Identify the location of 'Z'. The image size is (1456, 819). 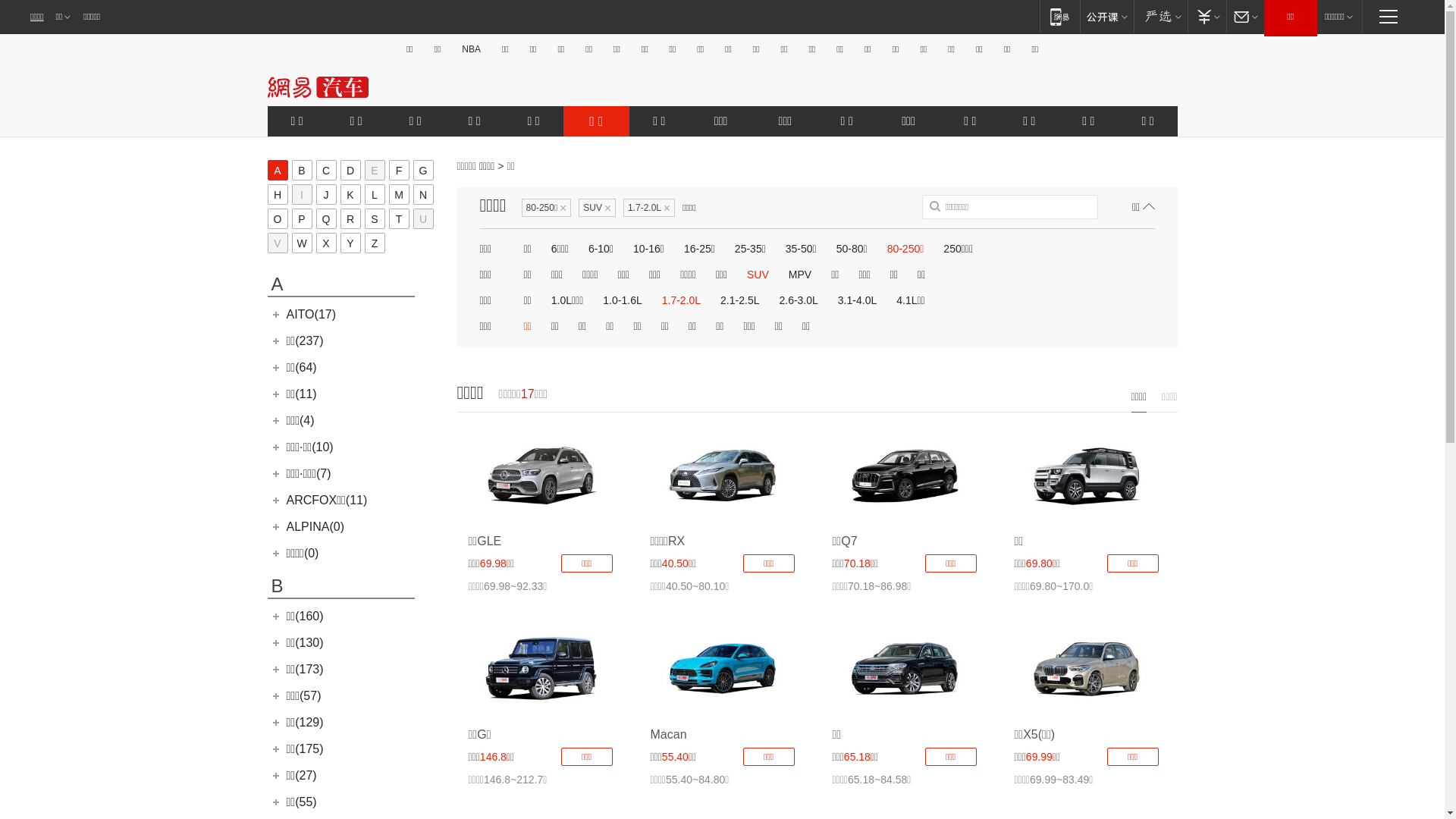
(374, 242).